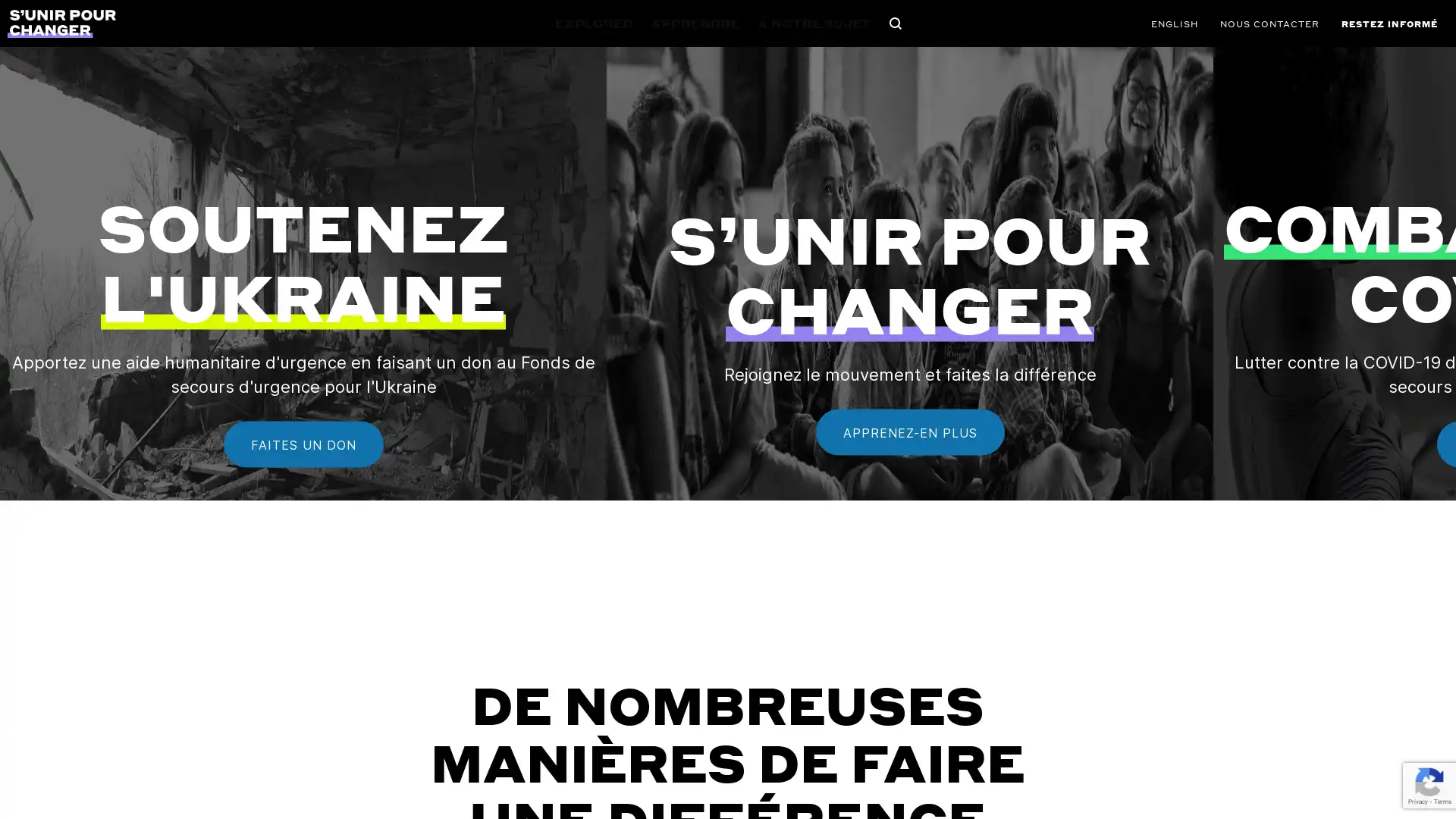 Image resolution: width=1456 pixels, height=819 pixels. Describe the element at coordinates (664, 593) in the screenshot. I see `1` at that location.